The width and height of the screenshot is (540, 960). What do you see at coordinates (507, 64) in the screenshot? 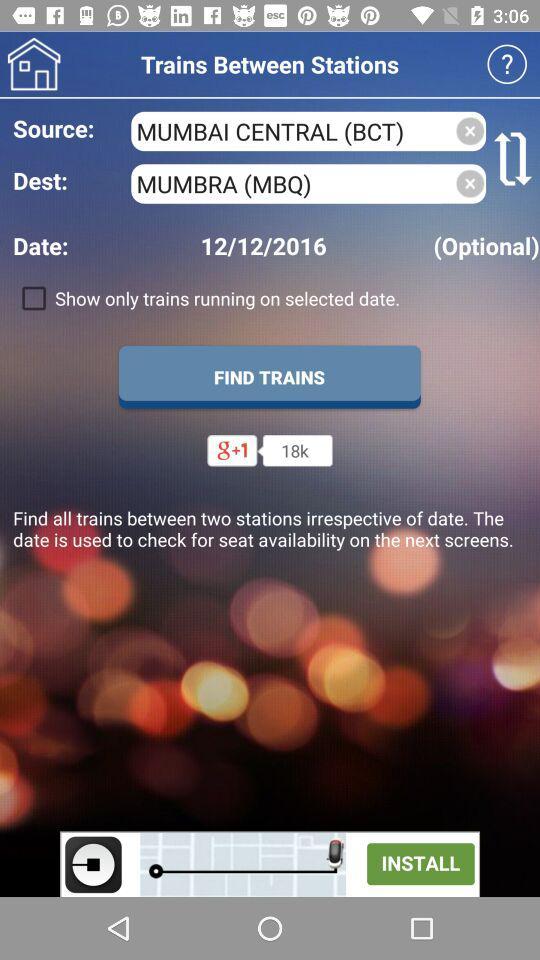
I see `the help icon` at bounding box center [507, 64].